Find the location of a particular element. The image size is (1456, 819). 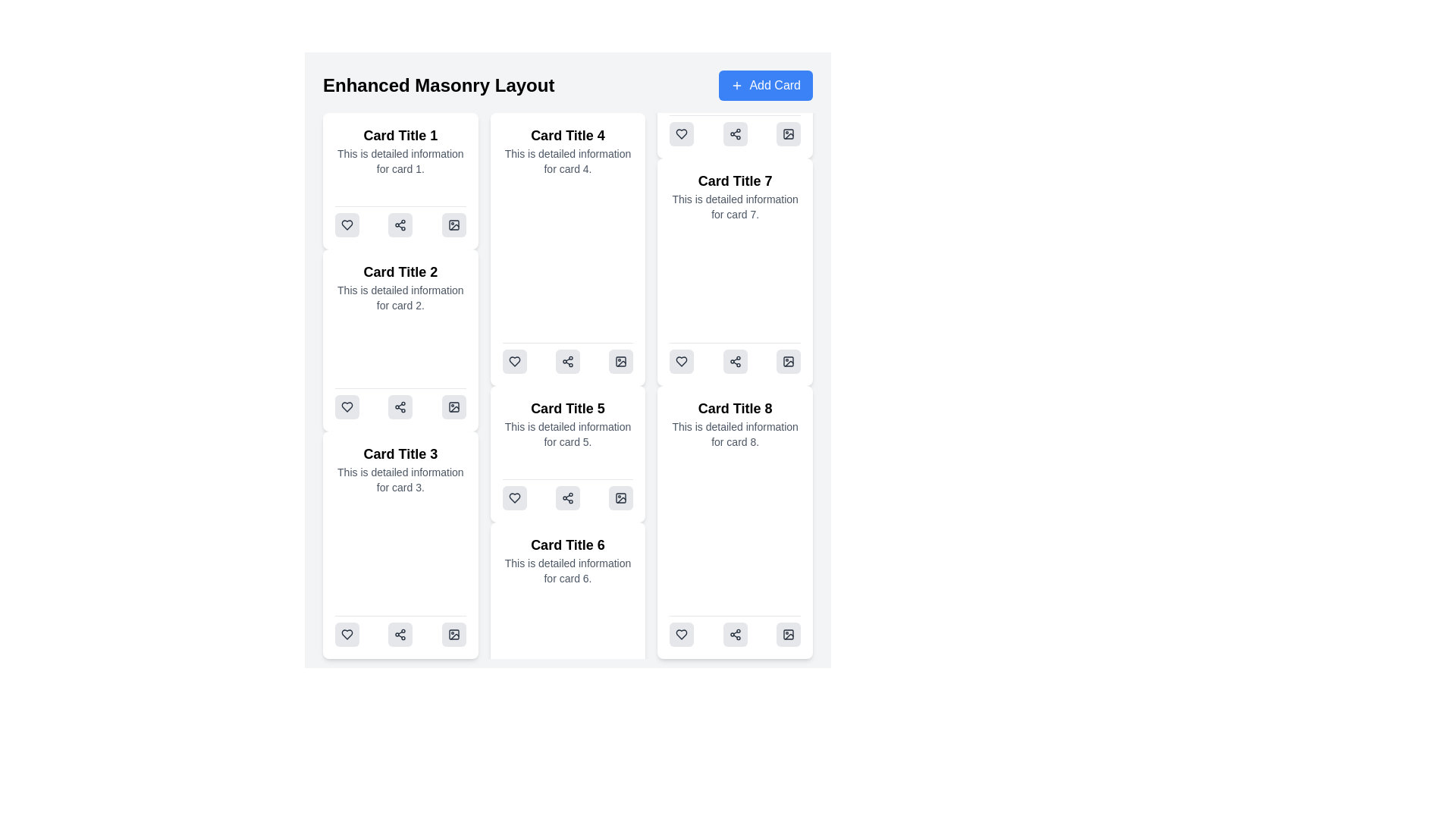

information displayed in the text area located inside the third card of the left column, positioned near the middle above the interactive elements is located at coordinates (400, 468).